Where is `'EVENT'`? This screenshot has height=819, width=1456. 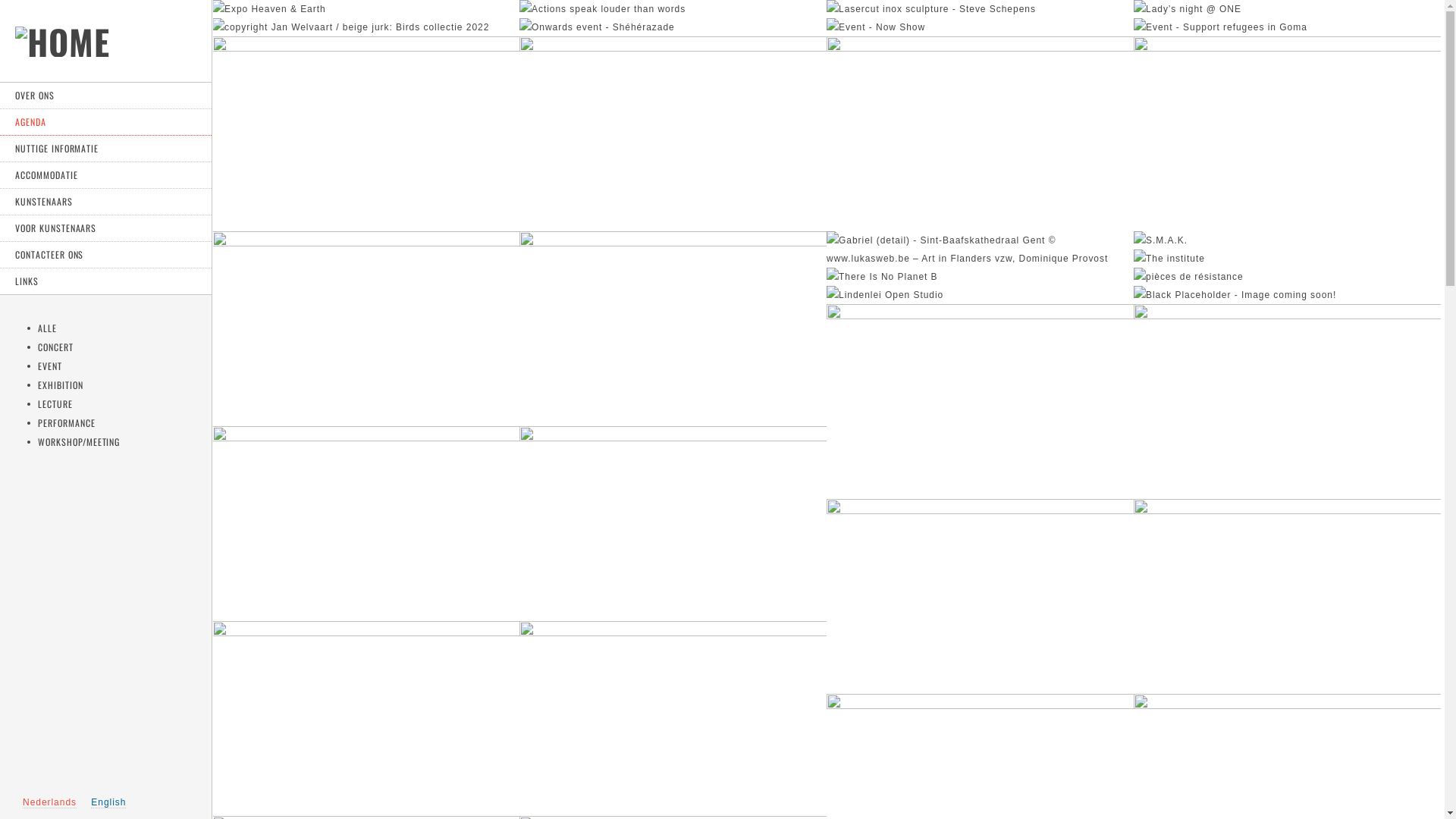
'EVENT' is located at coordinates (50, 366).